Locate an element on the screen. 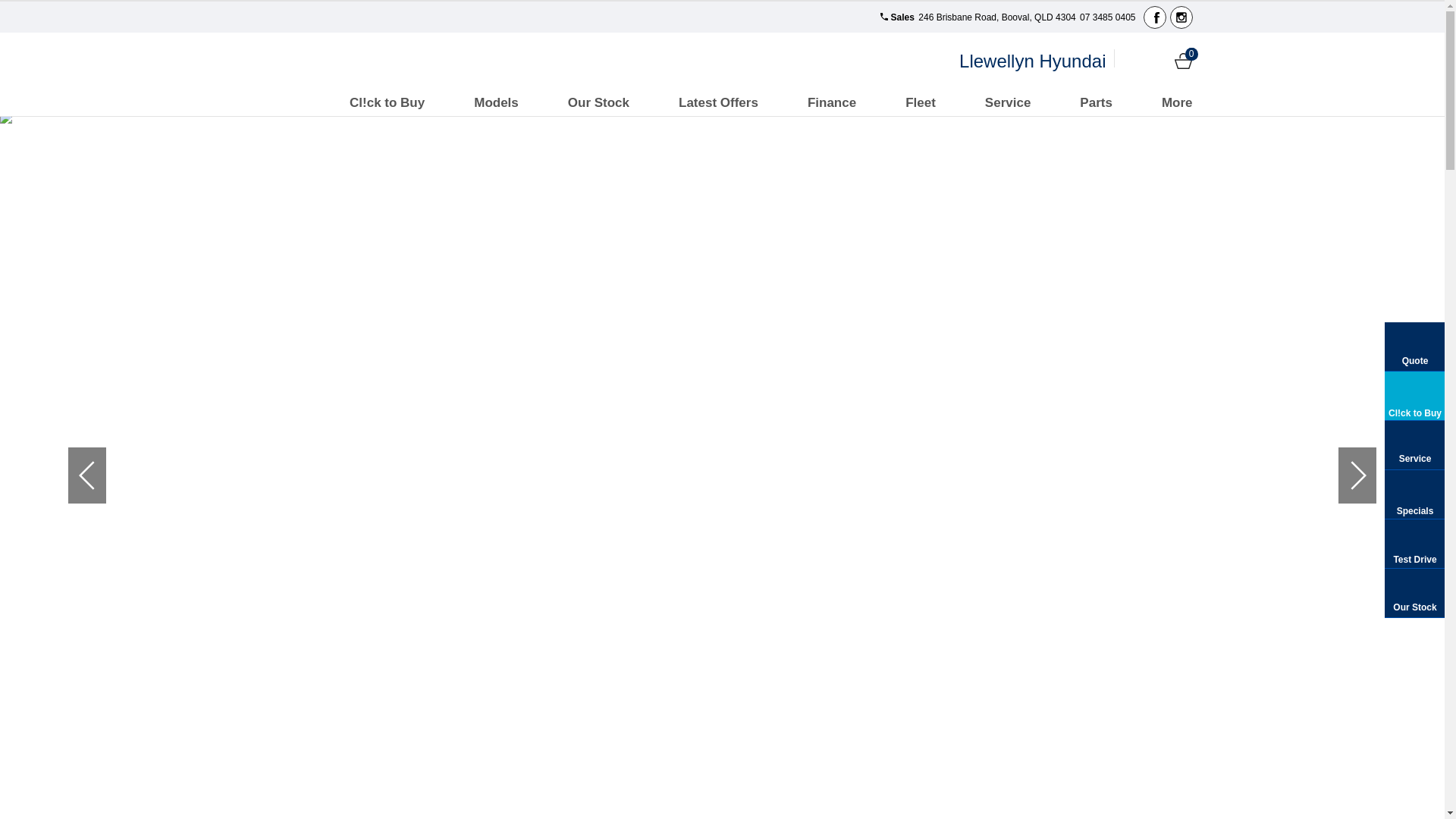 The height and width of the screenshot is (819, 1456). 'Login' is located at coordinates (1125, 60).